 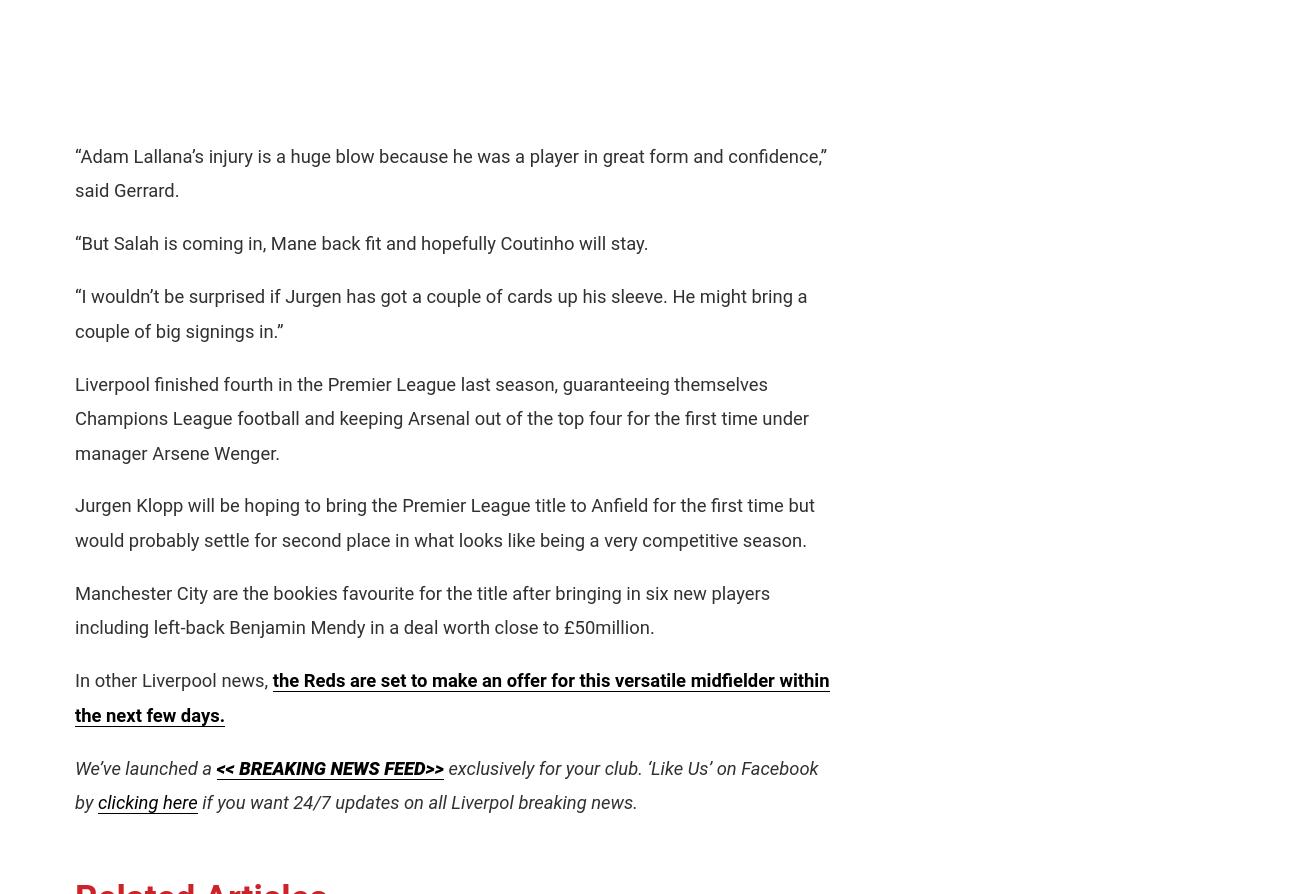 I want to click on '>>', so click(x=433, y=766).